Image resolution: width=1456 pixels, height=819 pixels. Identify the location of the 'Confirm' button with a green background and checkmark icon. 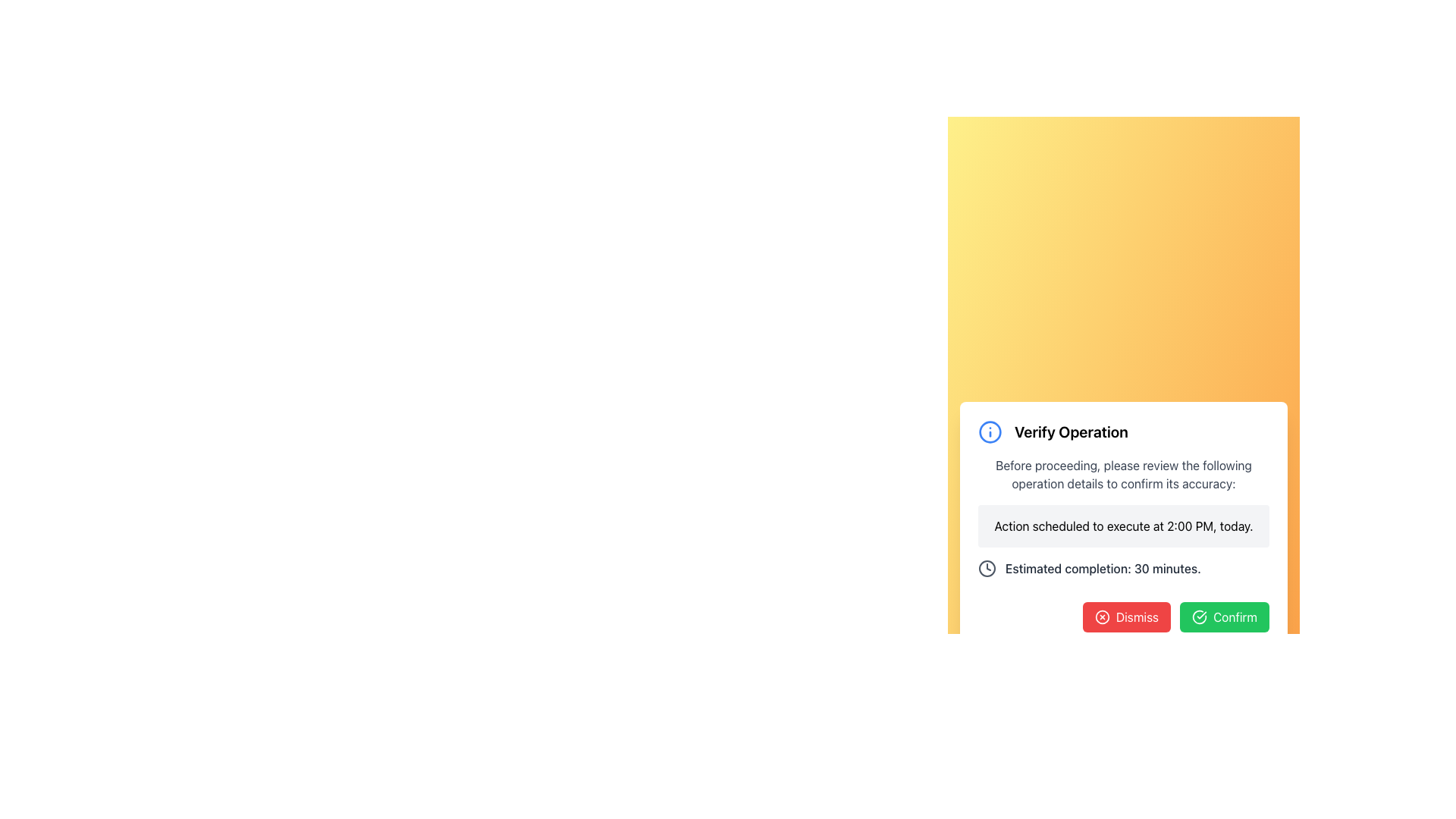
(1225, 617).